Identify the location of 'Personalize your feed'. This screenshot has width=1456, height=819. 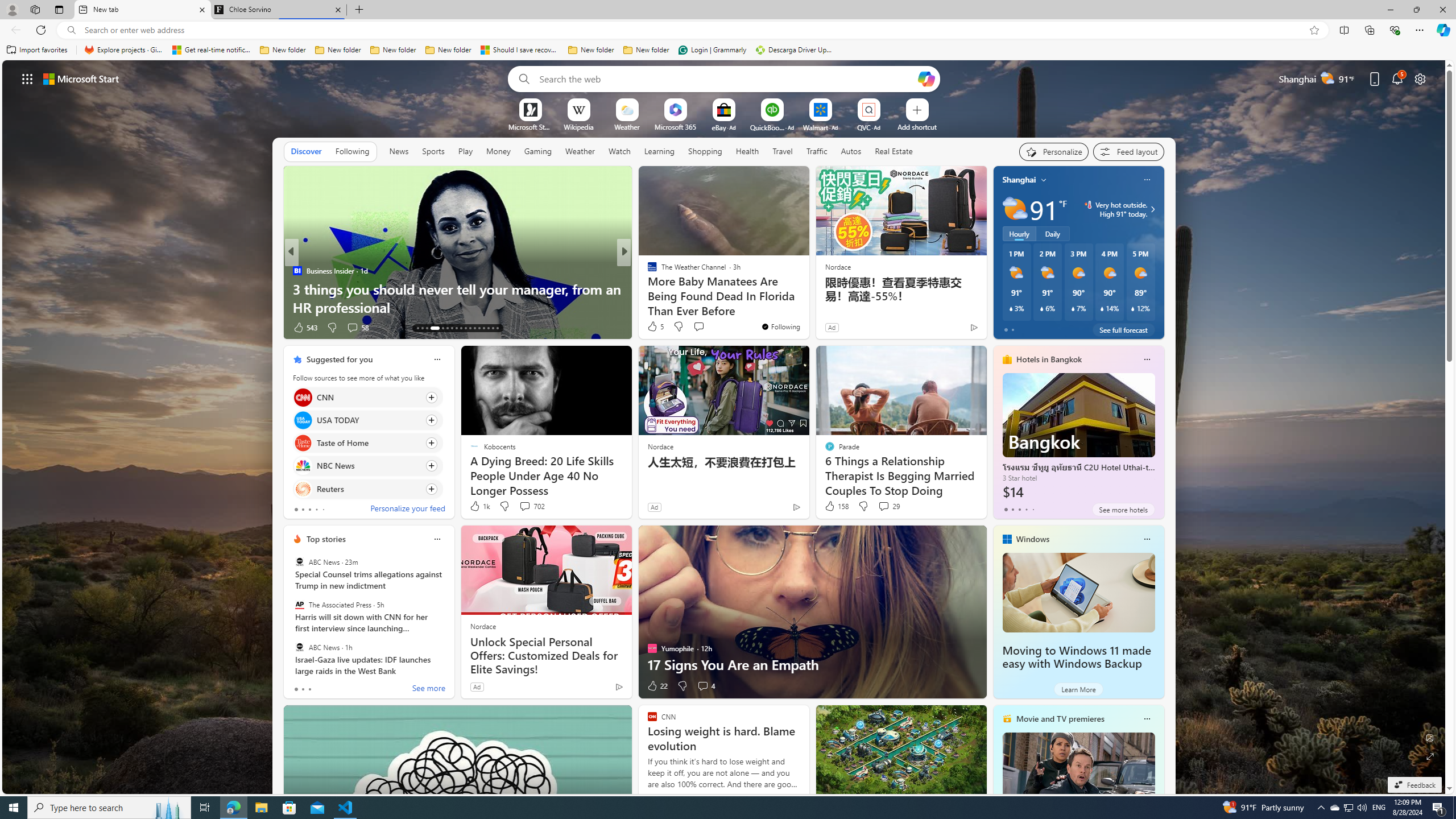
(407, 510).